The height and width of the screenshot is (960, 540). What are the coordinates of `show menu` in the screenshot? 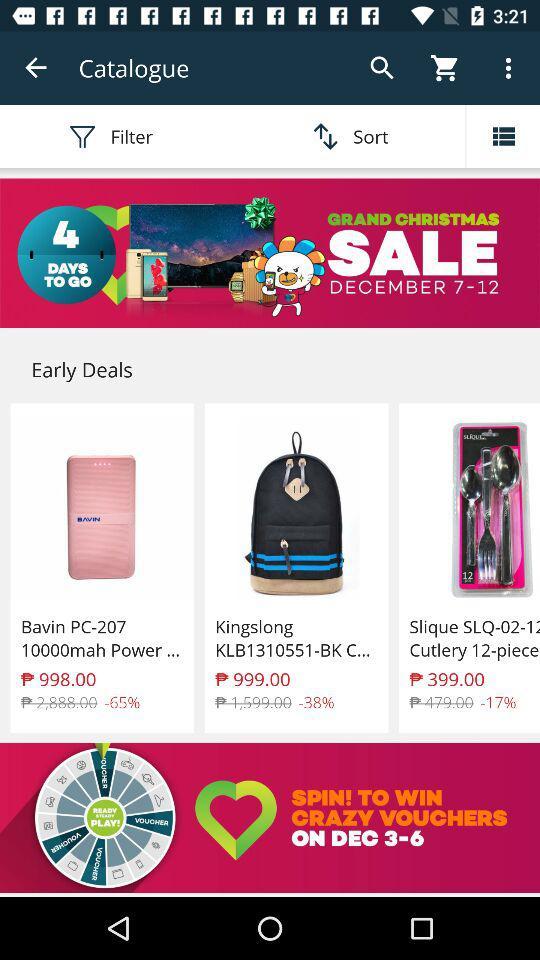 It's located at (502, 135).